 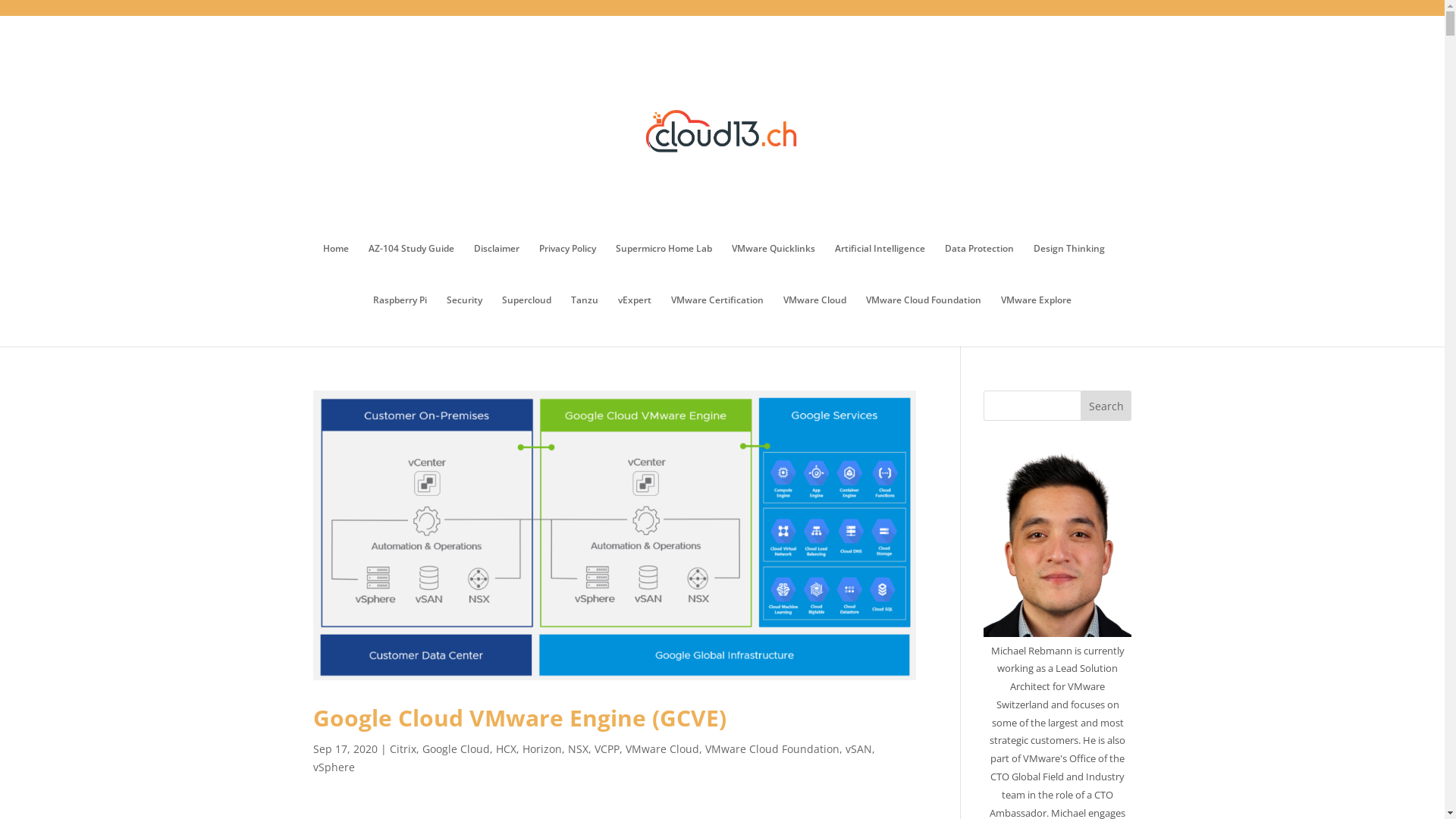 I want to click on 'Raspberry Pi', so click(x=400, y=320).